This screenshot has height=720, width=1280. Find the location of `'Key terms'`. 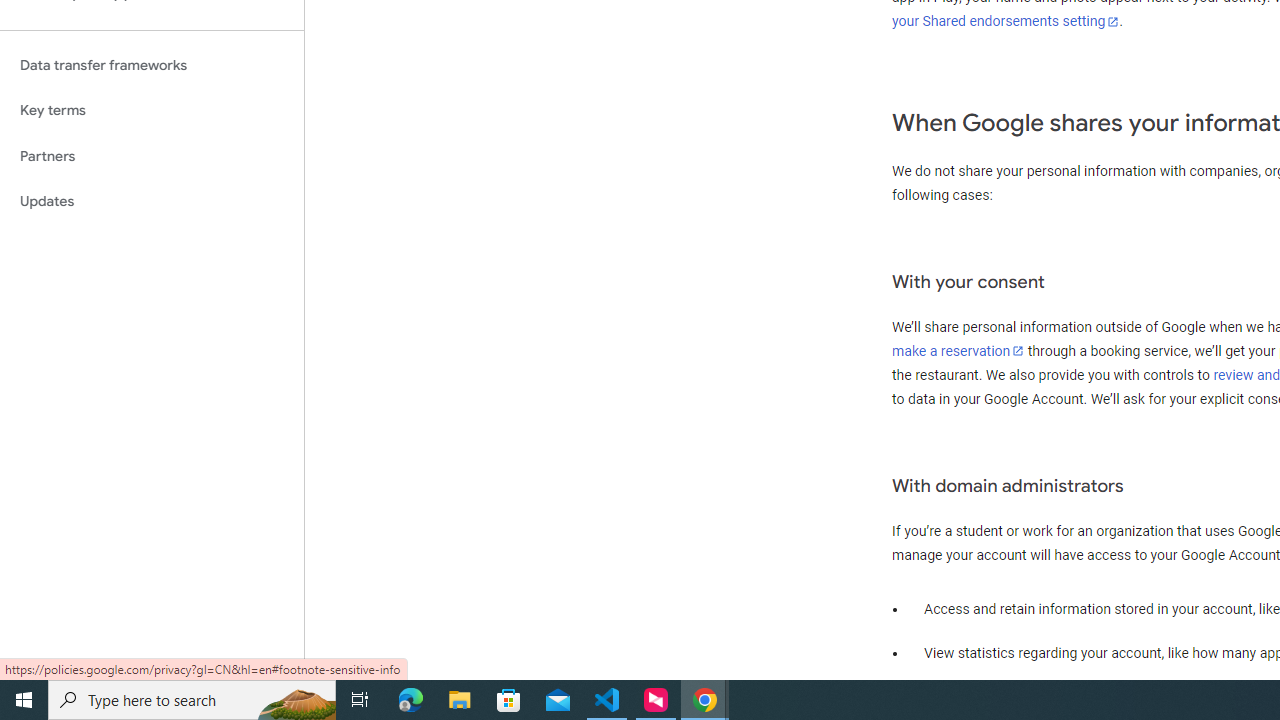

'Key terms' is located at coordinates (151, 110).